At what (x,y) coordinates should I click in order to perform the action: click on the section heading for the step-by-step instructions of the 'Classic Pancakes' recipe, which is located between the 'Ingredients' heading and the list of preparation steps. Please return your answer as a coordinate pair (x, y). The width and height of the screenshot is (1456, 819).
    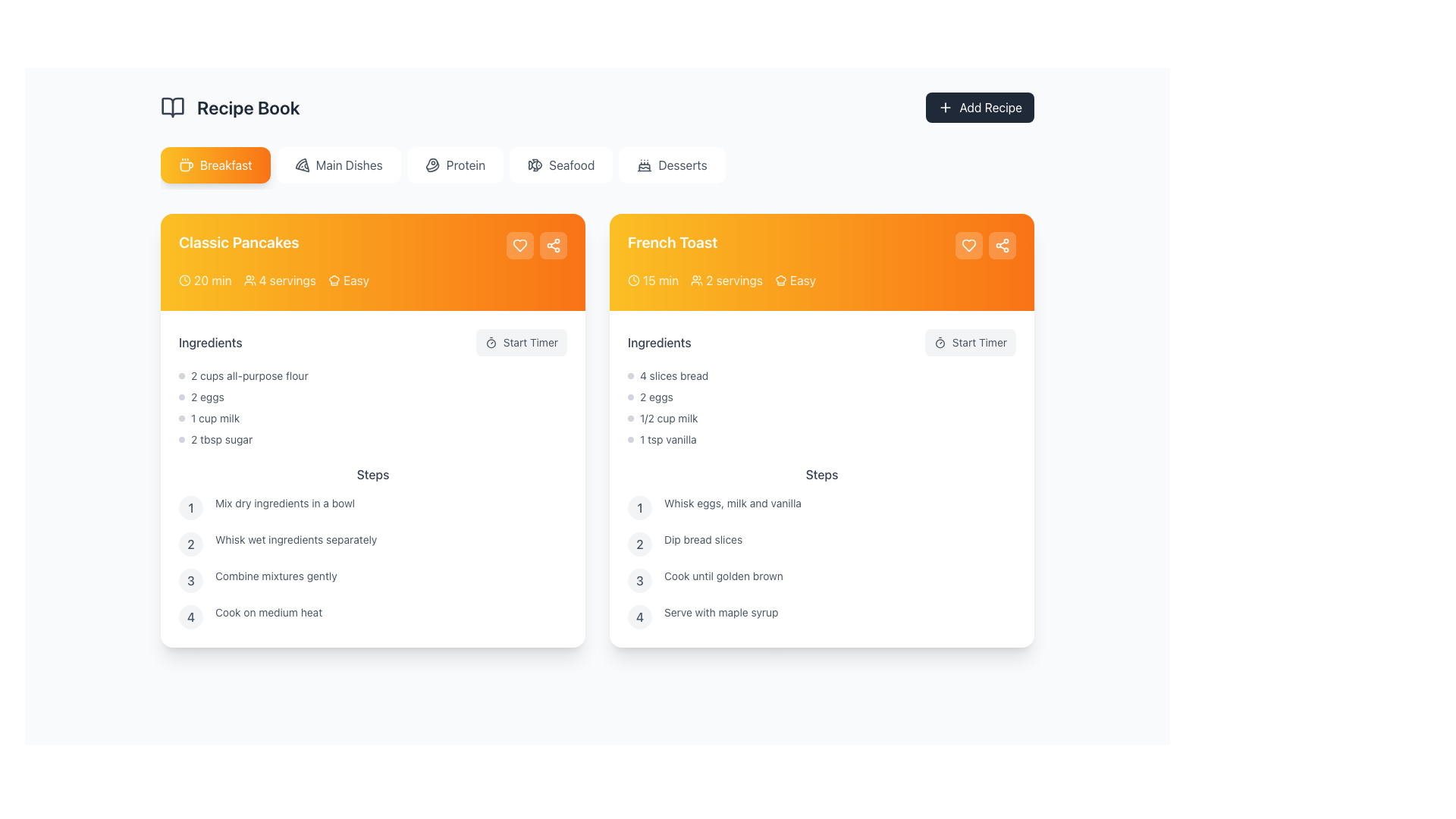
    Looking at the image, I should click on (372, 473).